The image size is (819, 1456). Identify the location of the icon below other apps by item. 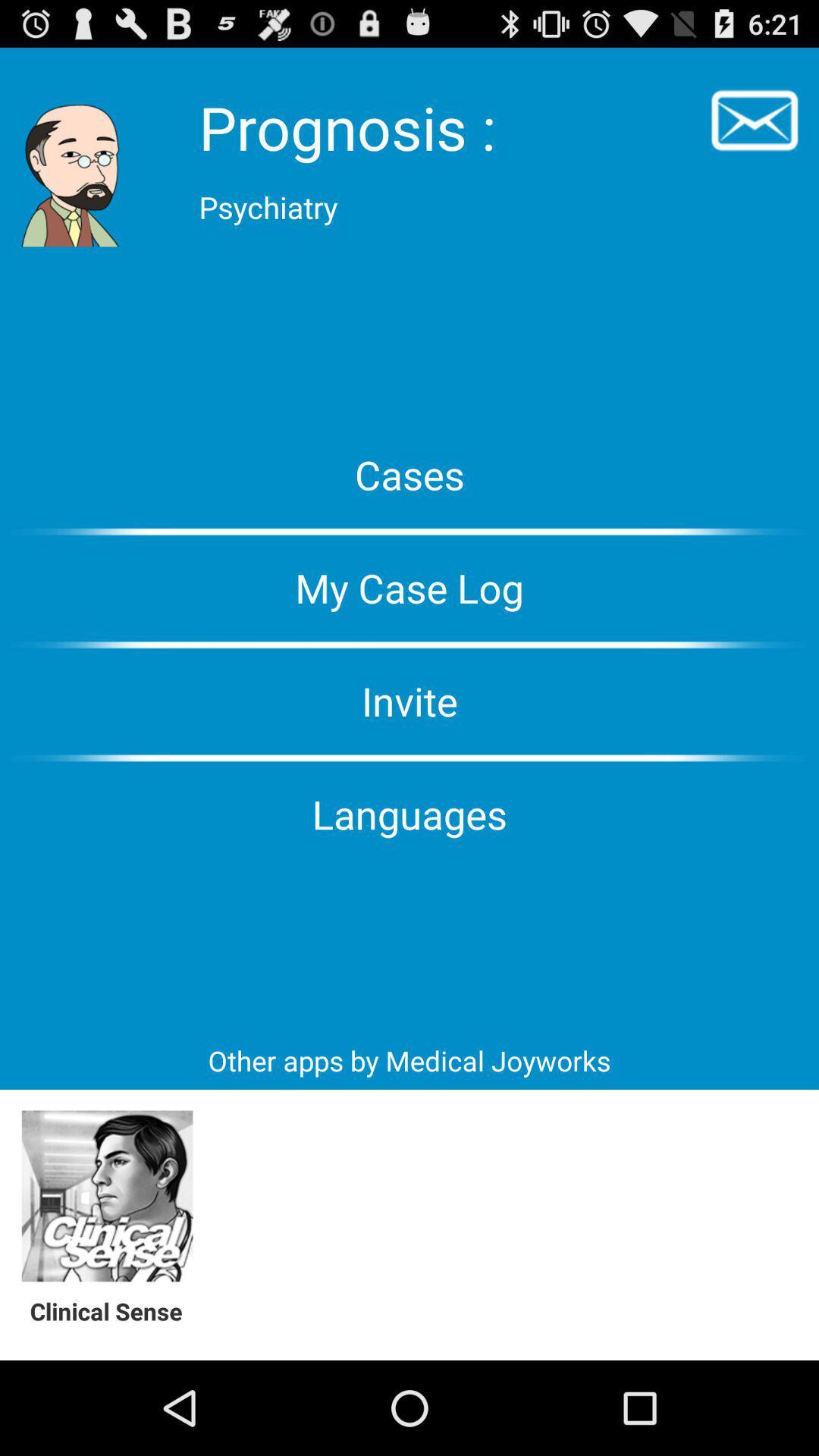
(106, 1196).